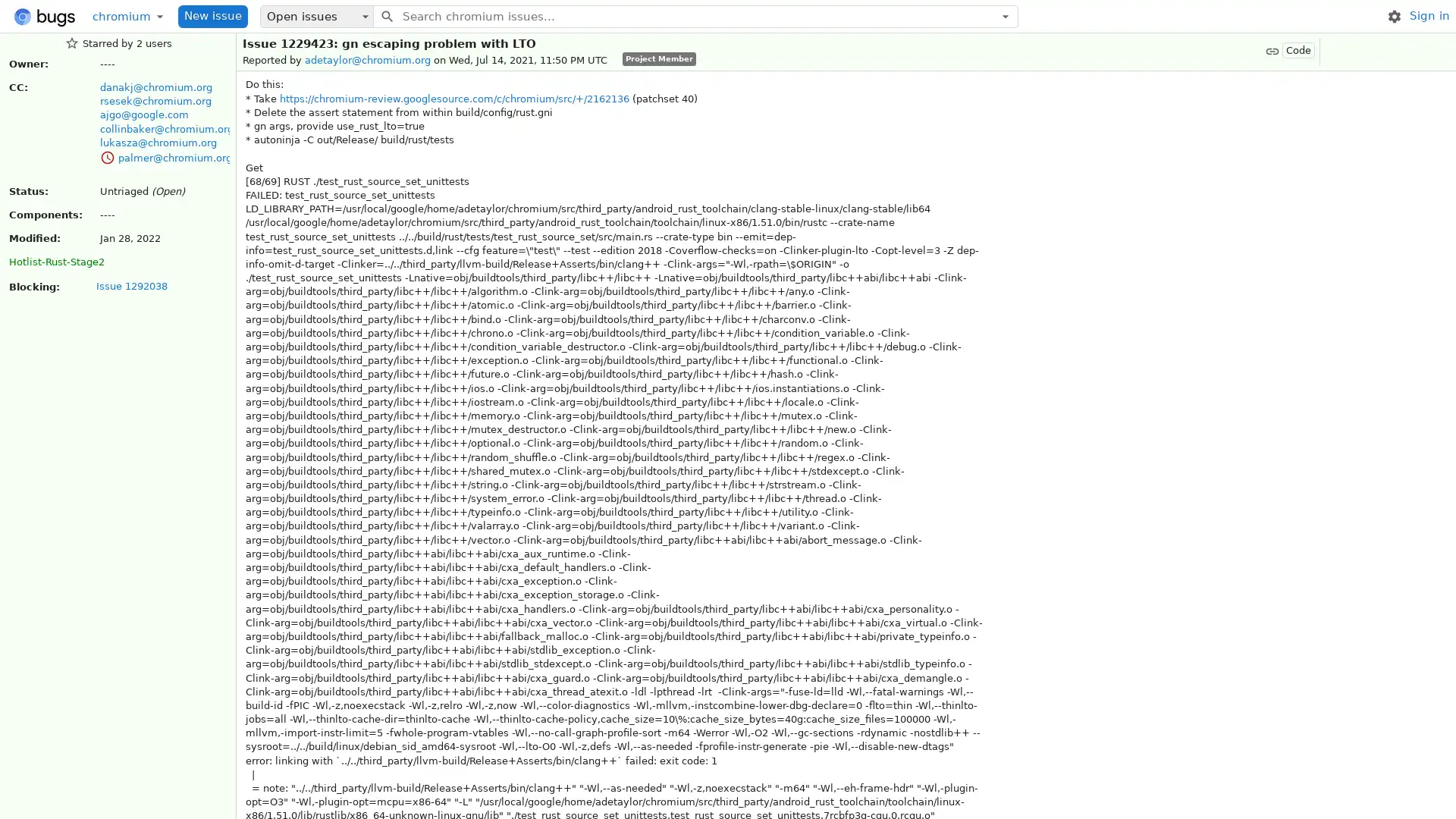 This screenshot has height=819, width=1456. Describe the element at coordinates (1005, 15) in the screenshot. I see `Search options` at that location.